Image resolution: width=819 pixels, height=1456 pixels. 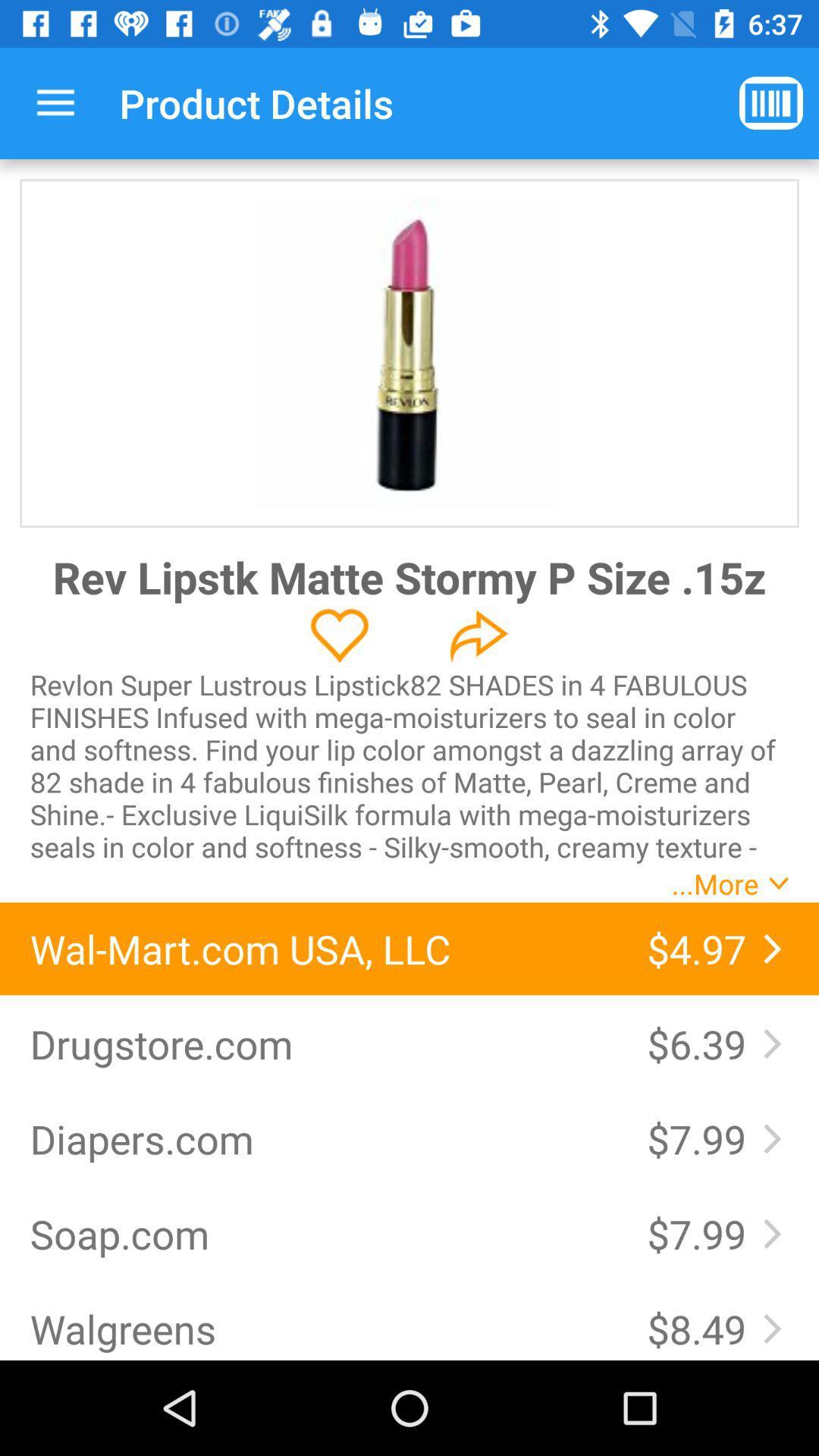 I want to click on the icon below the wal mart com item, so click(x=701, y=1043).